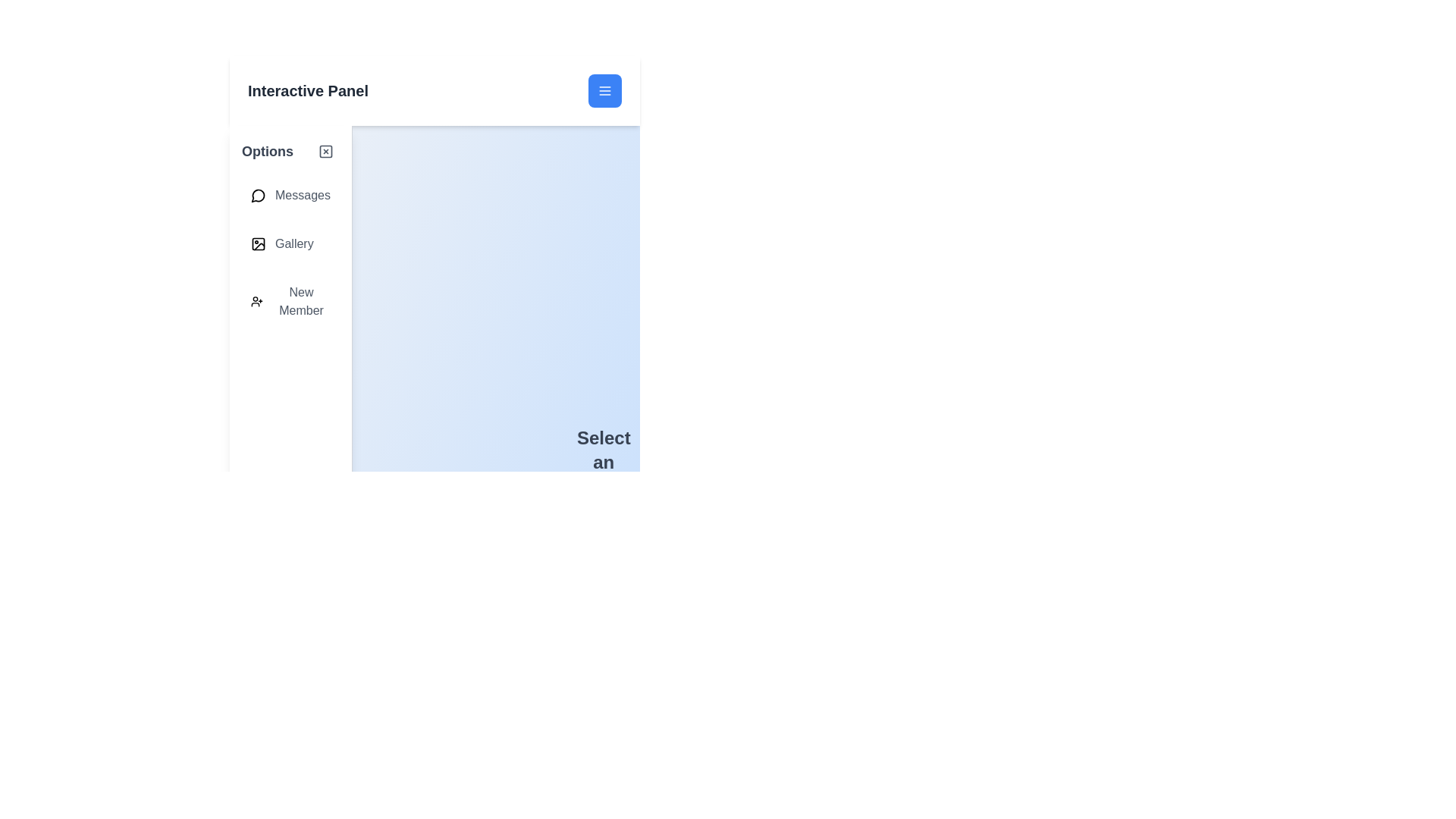 Image resolution: width=1456 pixels, height=819 pixels. What do you see at coordinates (325, 152) in the screenshot?
I see `the small, gray, outlined square icon with rounded corners that contains an 'X' mark, located in the left-hand sidebar adjacent to the 'Options' label` at bounding box center [325, 152].